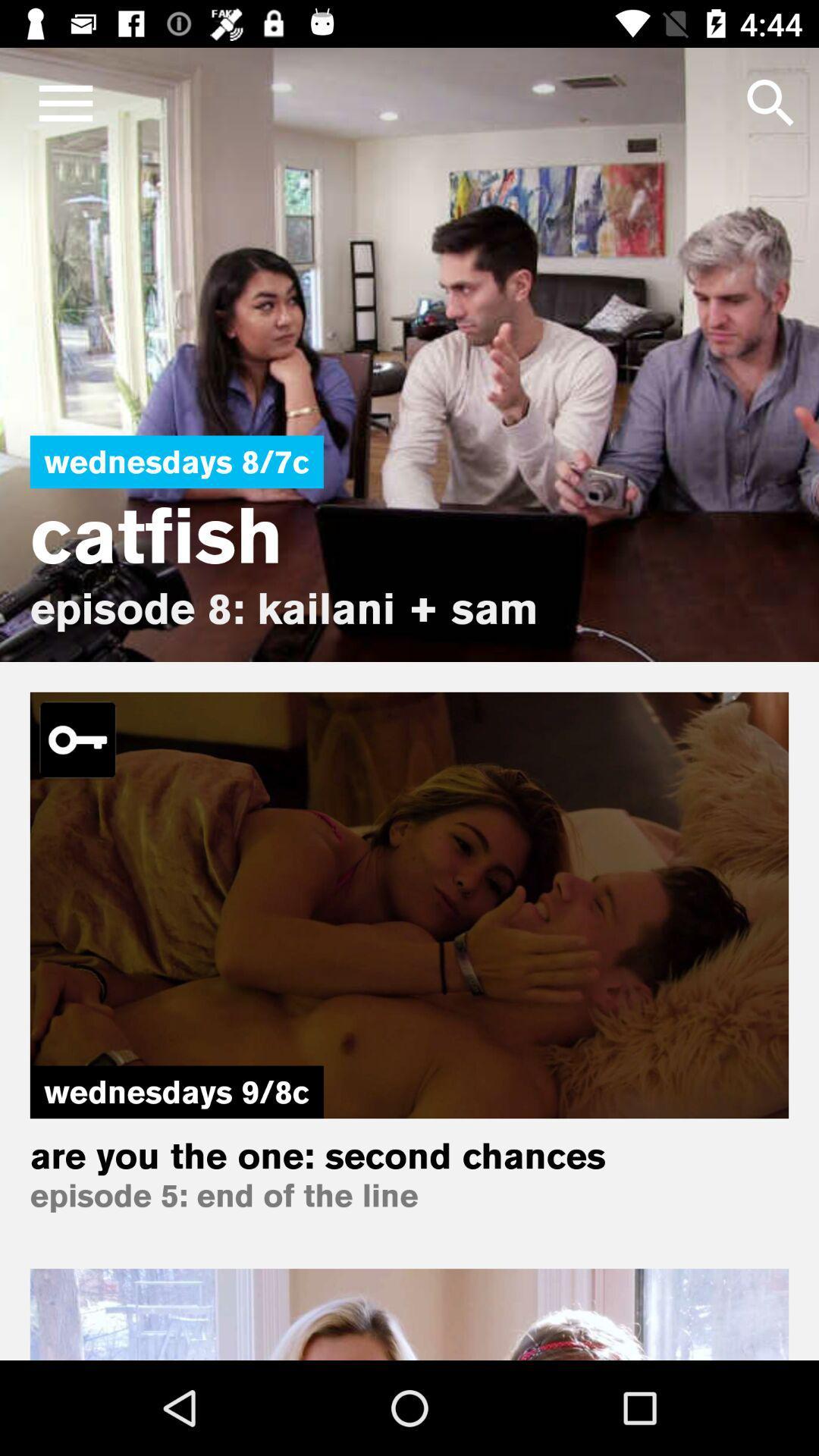 The image size is (819, 1456). What do you see at coordinates (409, 1313) in the screenshot?
I see `third thumbnail` at bounding box center [409, 1313].